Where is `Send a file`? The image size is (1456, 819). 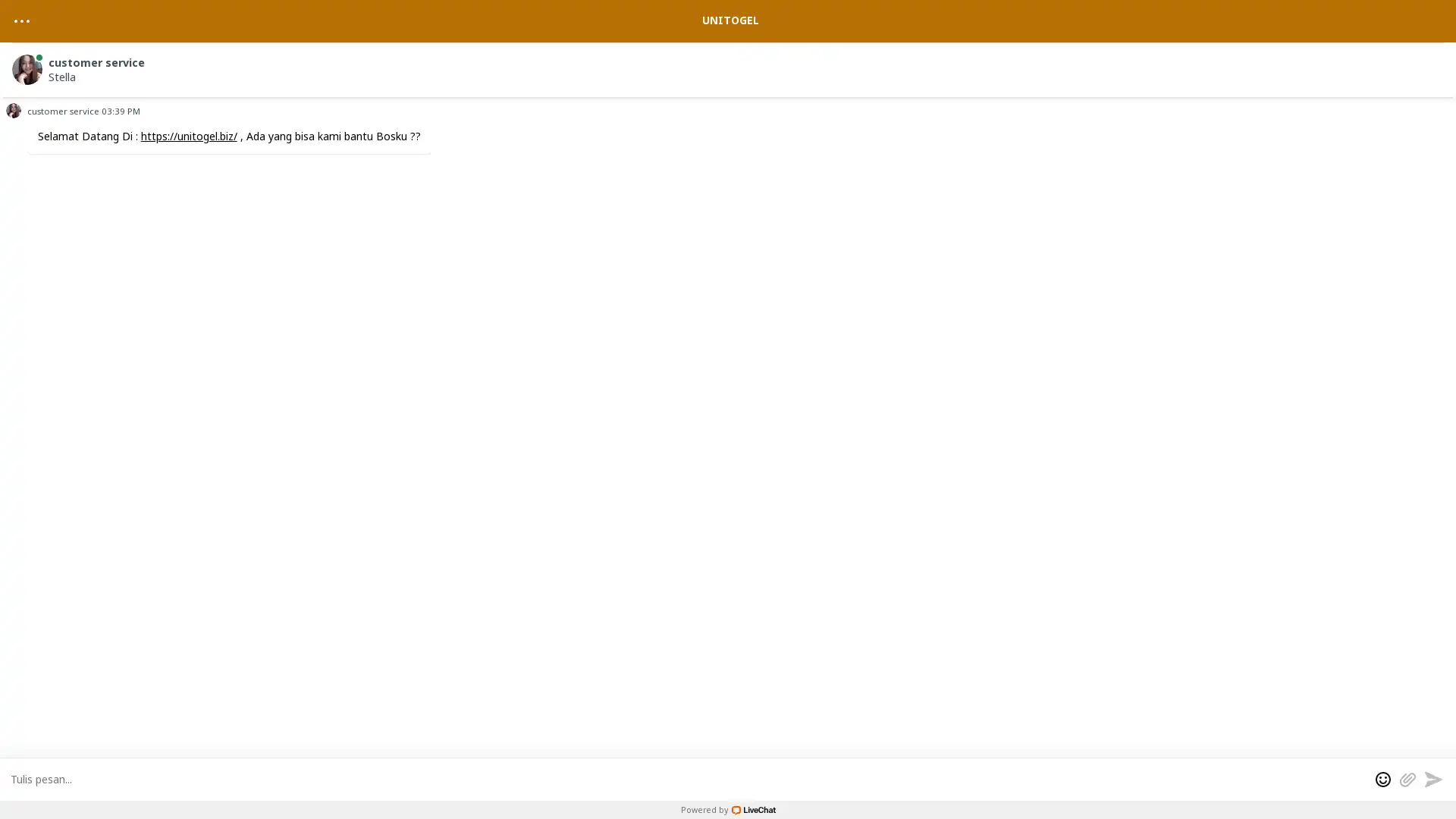 Send a file is located at coordinates (1407, 778).